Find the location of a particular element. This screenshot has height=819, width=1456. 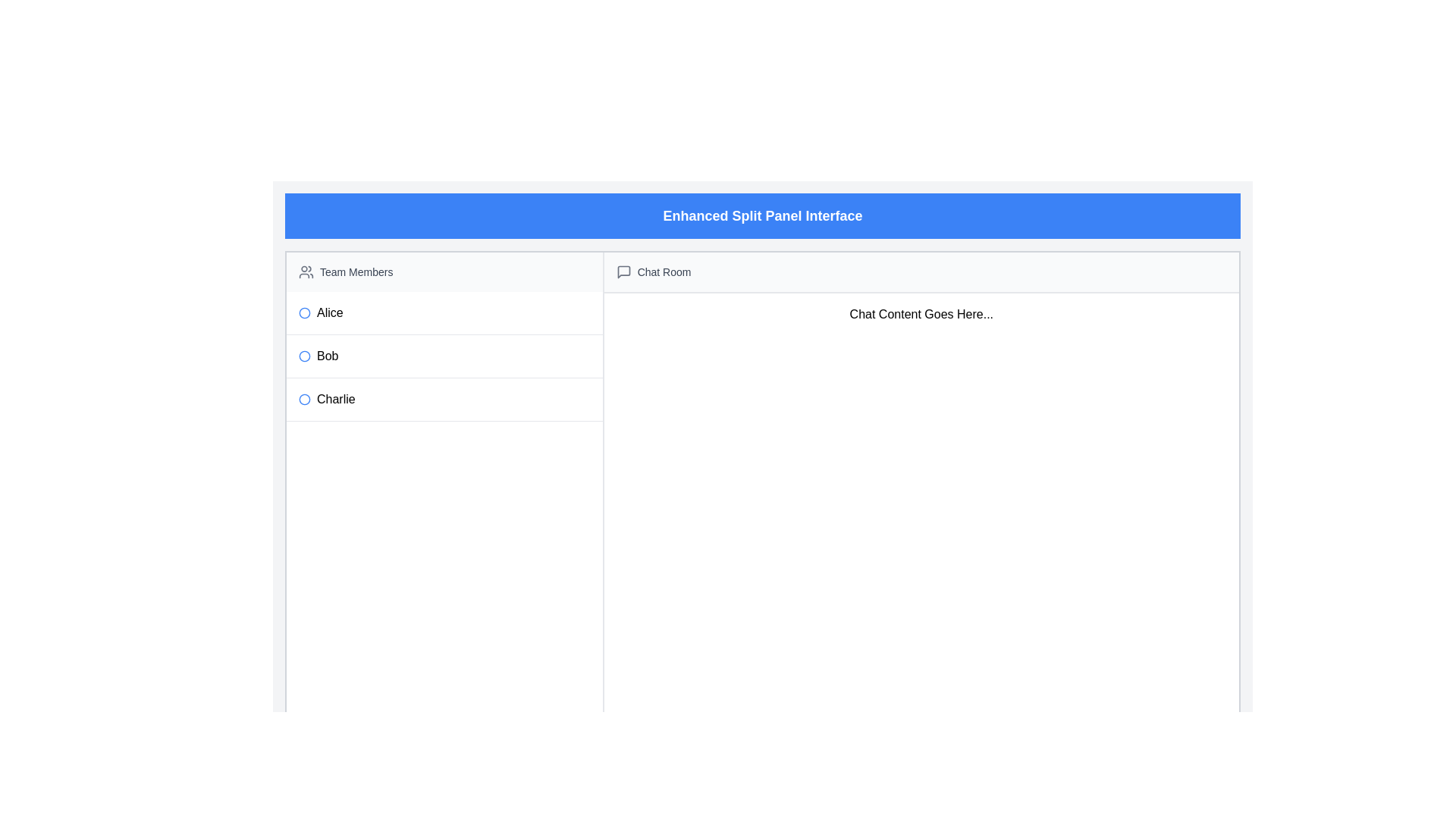

the text label displaying 'Bob', which is the second entry in a vertically aligned list of names is located at coordinates (327, 356).